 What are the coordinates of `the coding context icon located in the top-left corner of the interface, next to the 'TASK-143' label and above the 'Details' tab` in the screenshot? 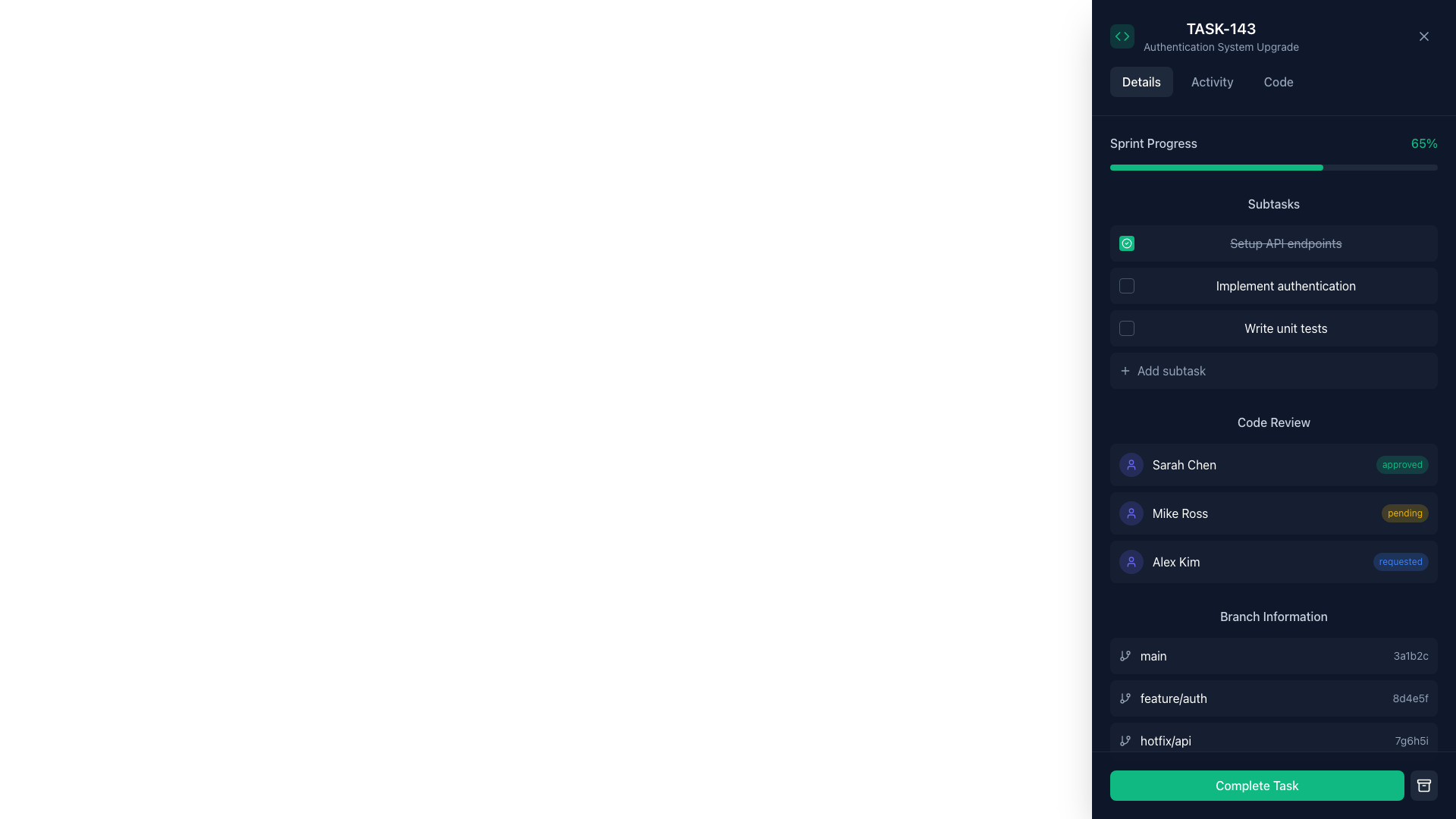 It's located at (1122, 35).